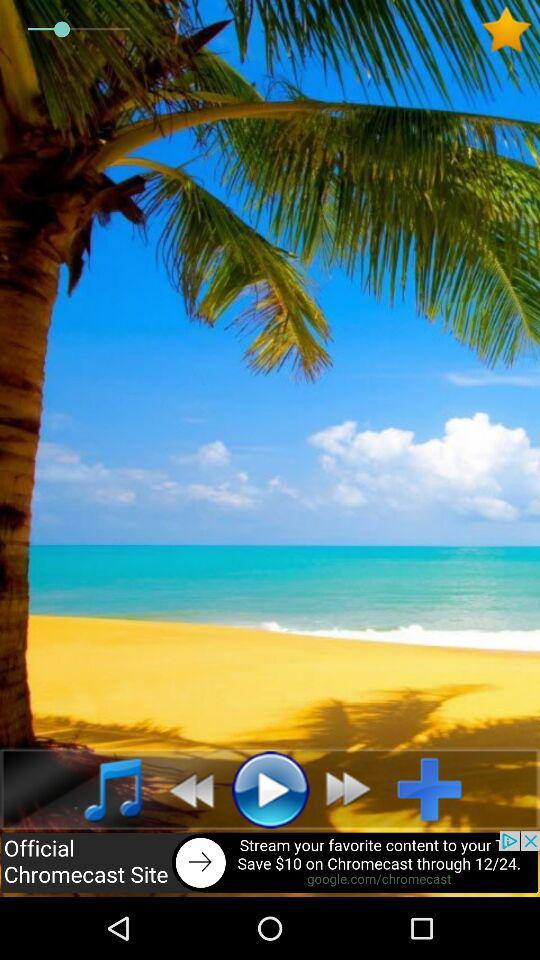  What do you see at coordinates (185, 789) in the screenshot?
I see `bach option` at bounding box center [185, 789].